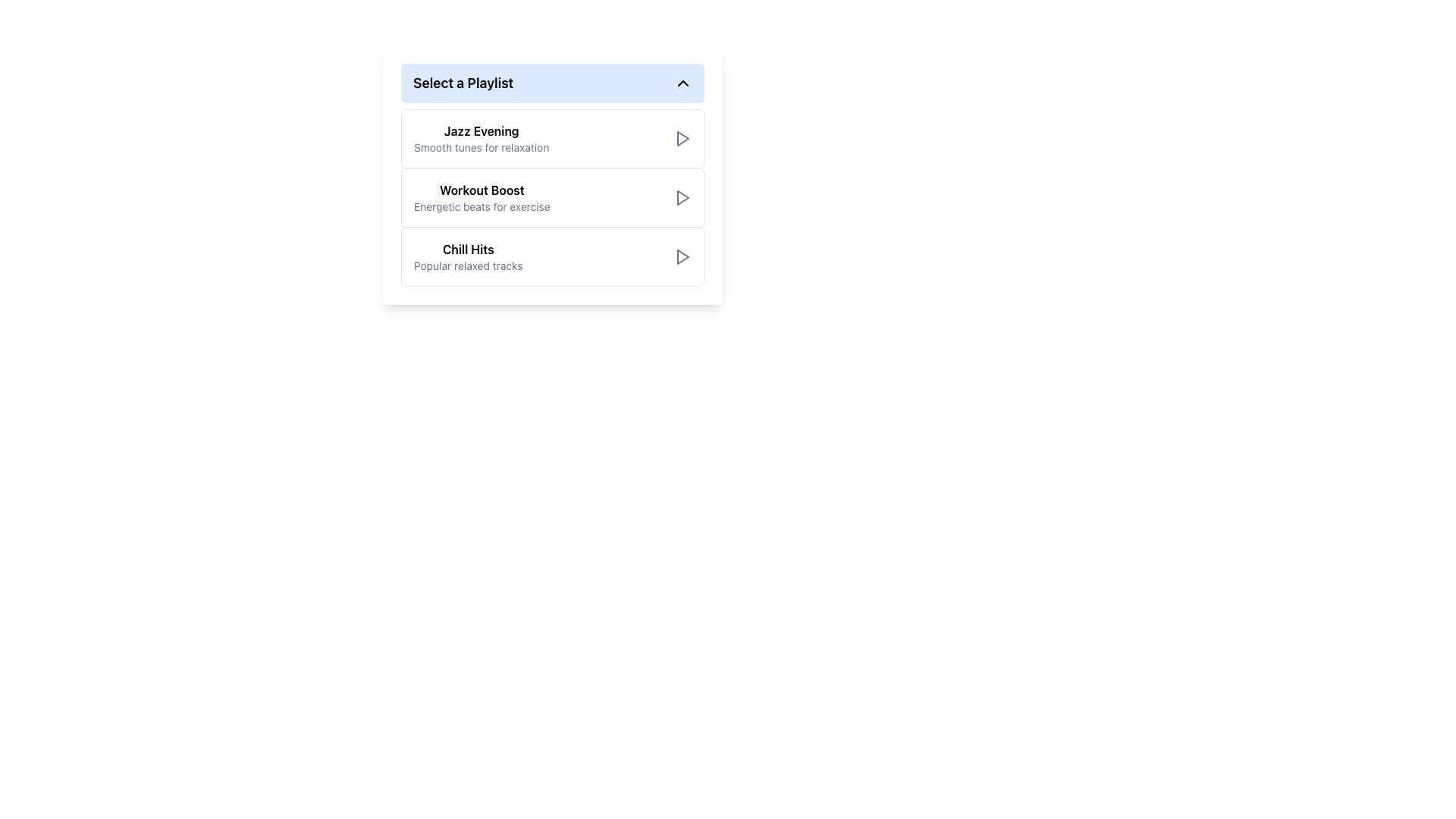 The height and width of the screenshot is (819, 1456). Describe the element at coordinates (682, 197) in the screenshot. I see `the Play Button located on the right side of the 'Workout Boost' list item to play the playlist` at that location.